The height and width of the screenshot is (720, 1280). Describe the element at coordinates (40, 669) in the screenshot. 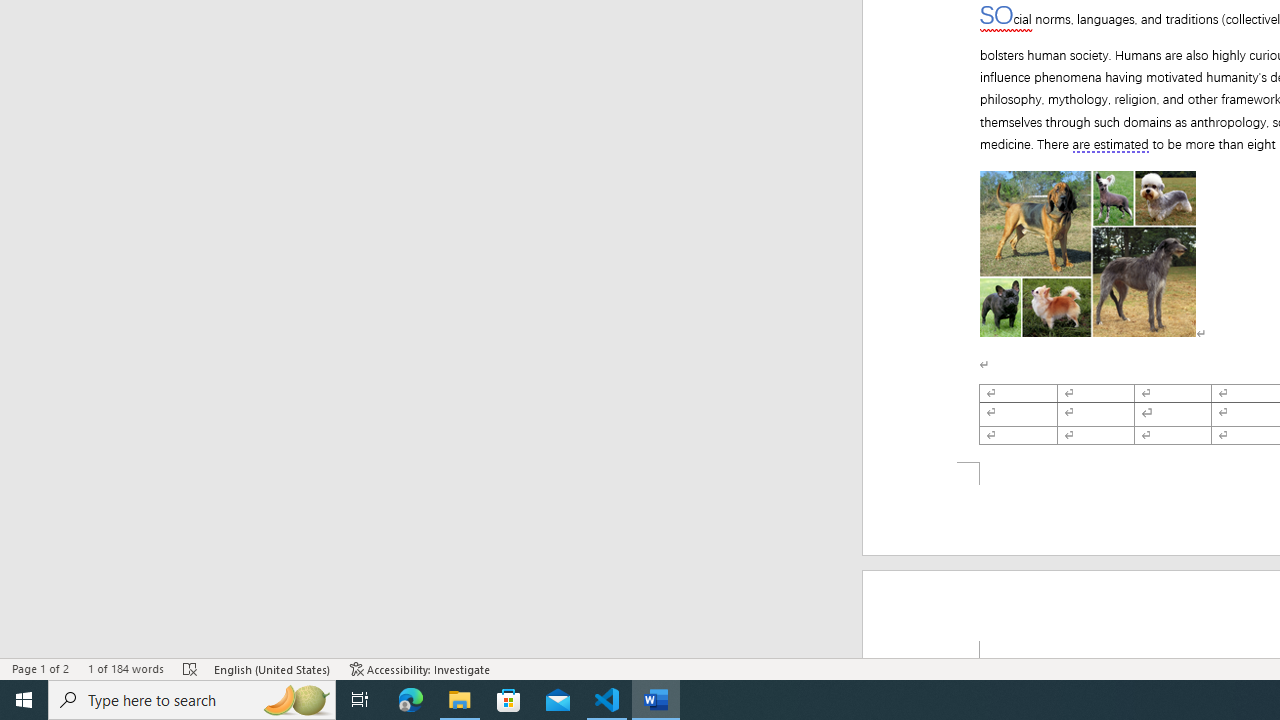

I see `'Page Number Page 1 of 2'` at that location.